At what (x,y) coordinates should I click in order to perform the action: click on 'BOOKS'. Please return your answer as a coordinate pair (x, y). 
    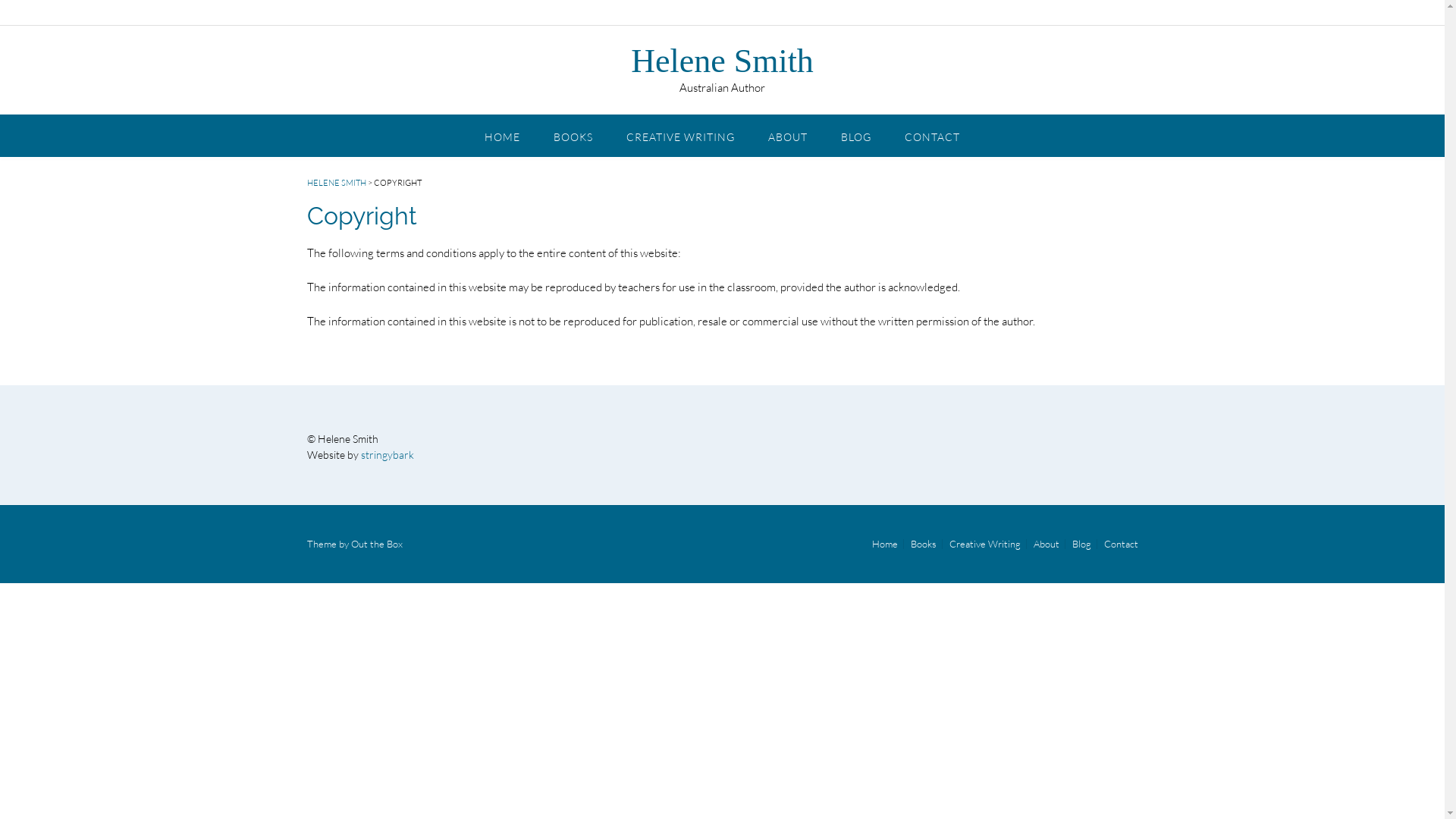
    Looking at the image, I should click on (573, 133).